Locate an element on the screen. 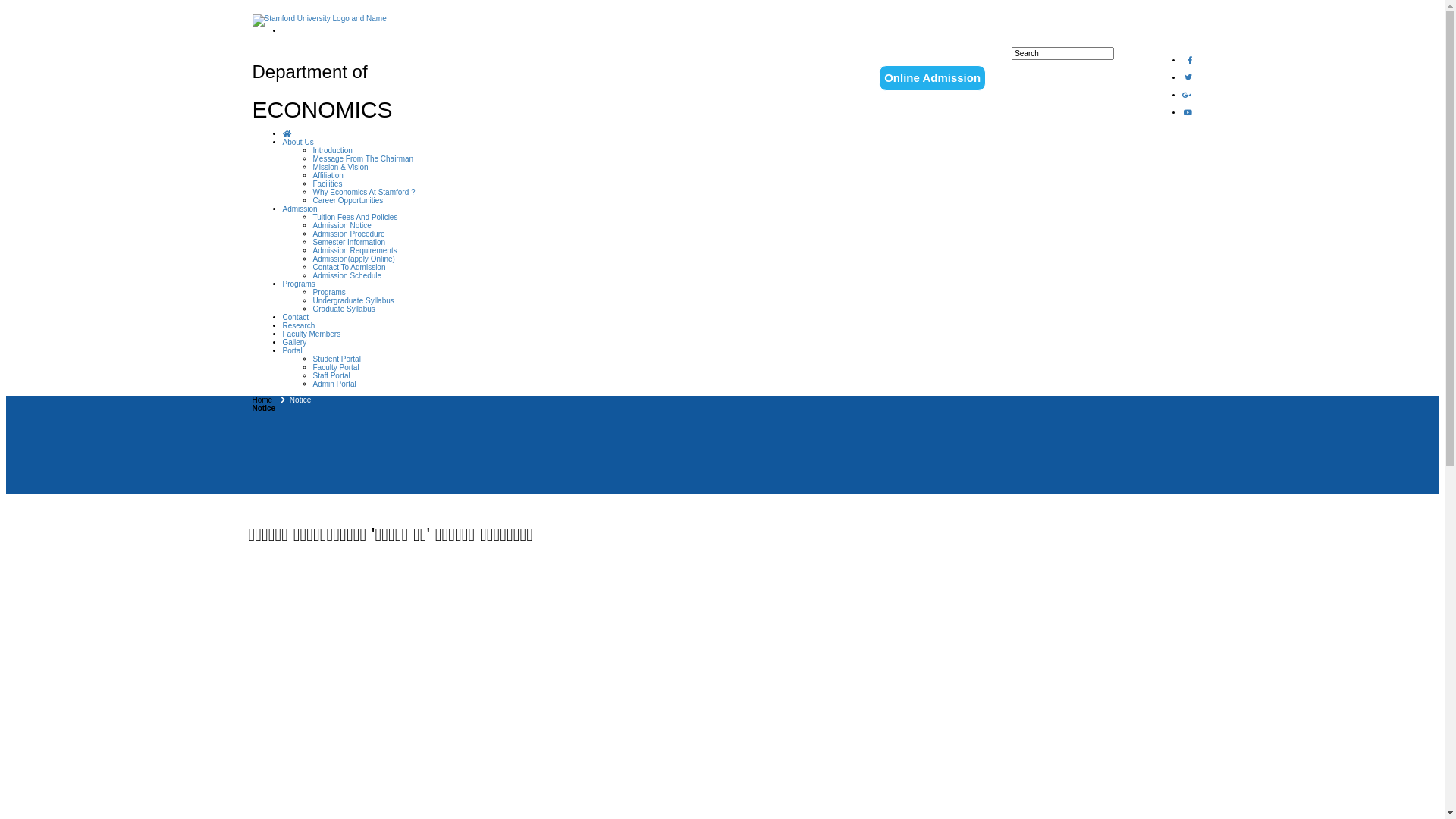 The image size is (1456, 819). 'Mission & Vision' is located at coordinates (339, 167).